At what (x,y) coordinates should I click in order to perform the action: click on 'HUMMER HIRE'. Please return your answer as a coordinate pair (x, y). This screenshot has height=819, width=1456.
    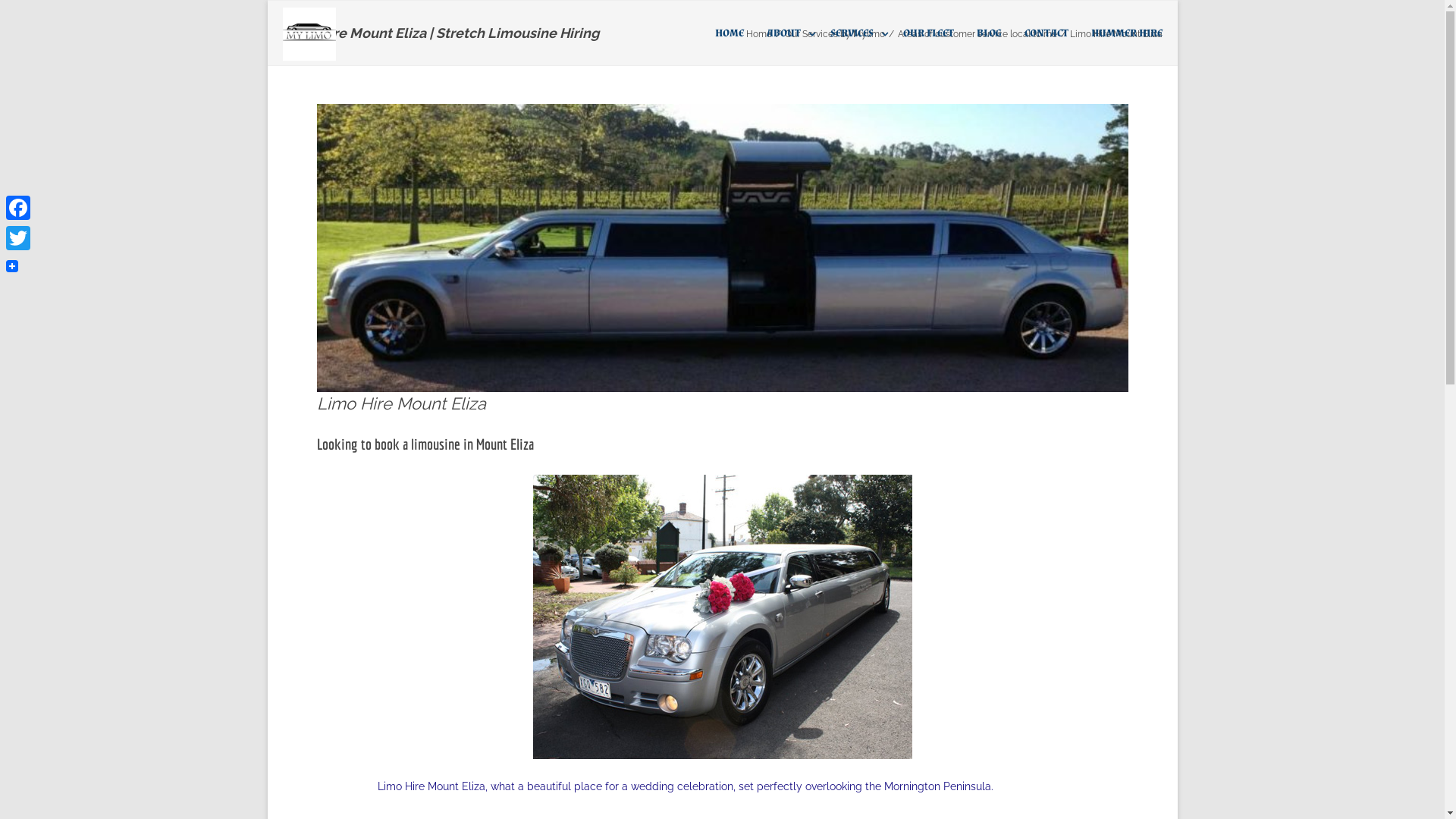
    Looking at the image, I should click on (1125, 33).